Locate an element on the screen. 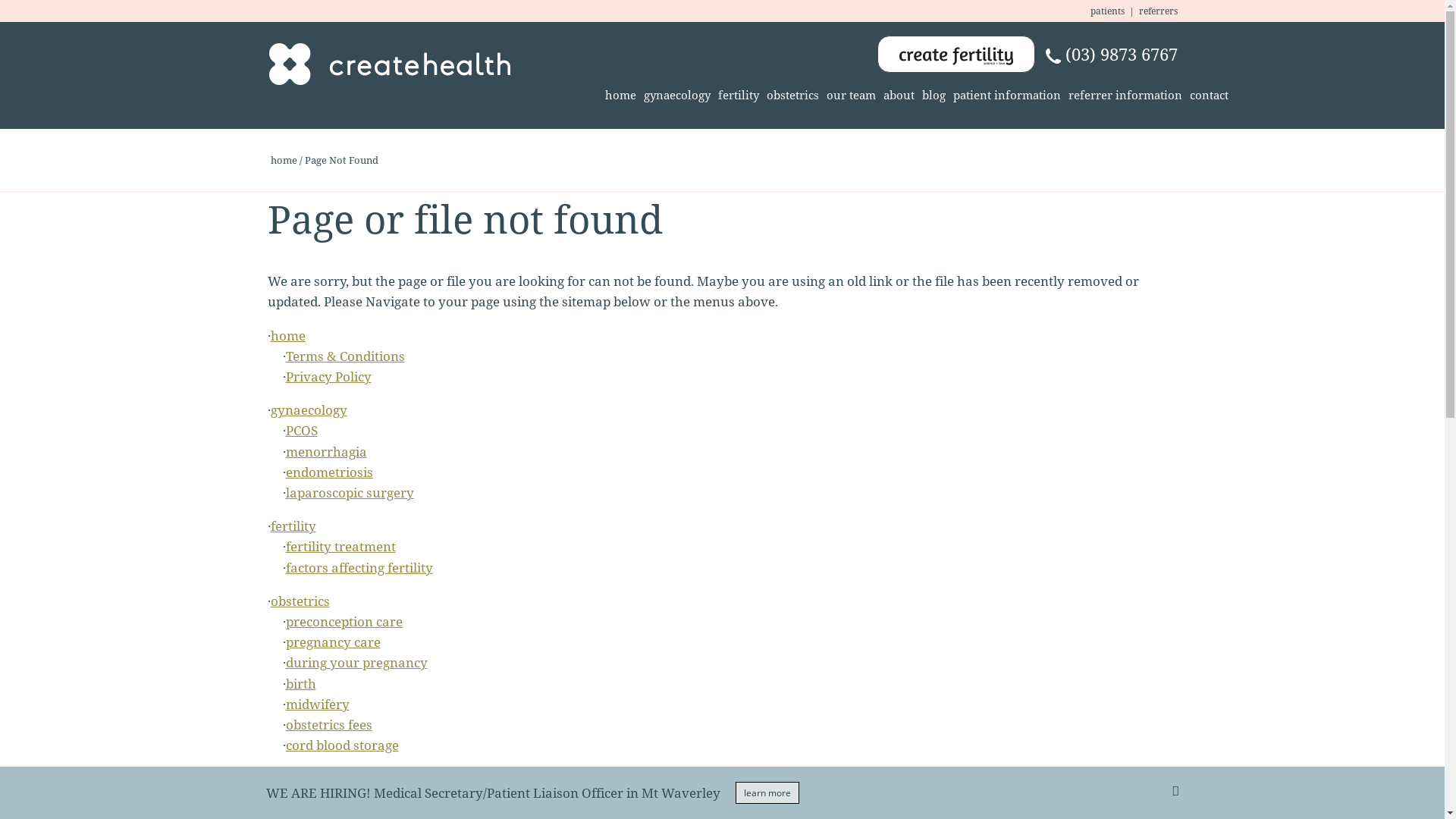 The image size is (1456, 819). 'contact' is located at coordinates (1208, 96).